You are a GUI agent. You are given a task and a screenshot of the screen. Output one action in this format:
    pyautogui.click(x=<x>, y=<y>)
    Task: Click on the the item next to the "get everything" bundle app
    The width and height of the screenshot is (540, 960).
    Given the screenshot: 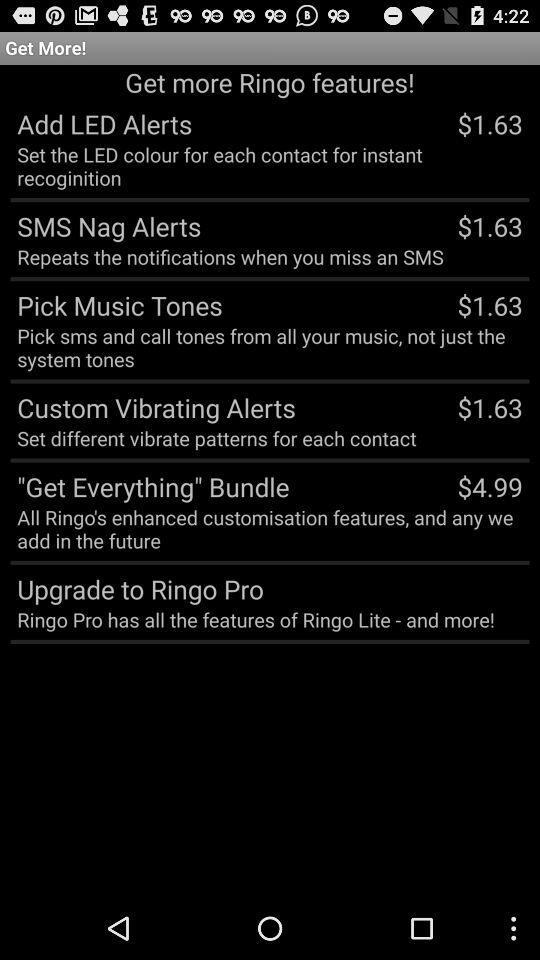 What is the action you would take?
    pyautogui.click(x=489, y=485)
    